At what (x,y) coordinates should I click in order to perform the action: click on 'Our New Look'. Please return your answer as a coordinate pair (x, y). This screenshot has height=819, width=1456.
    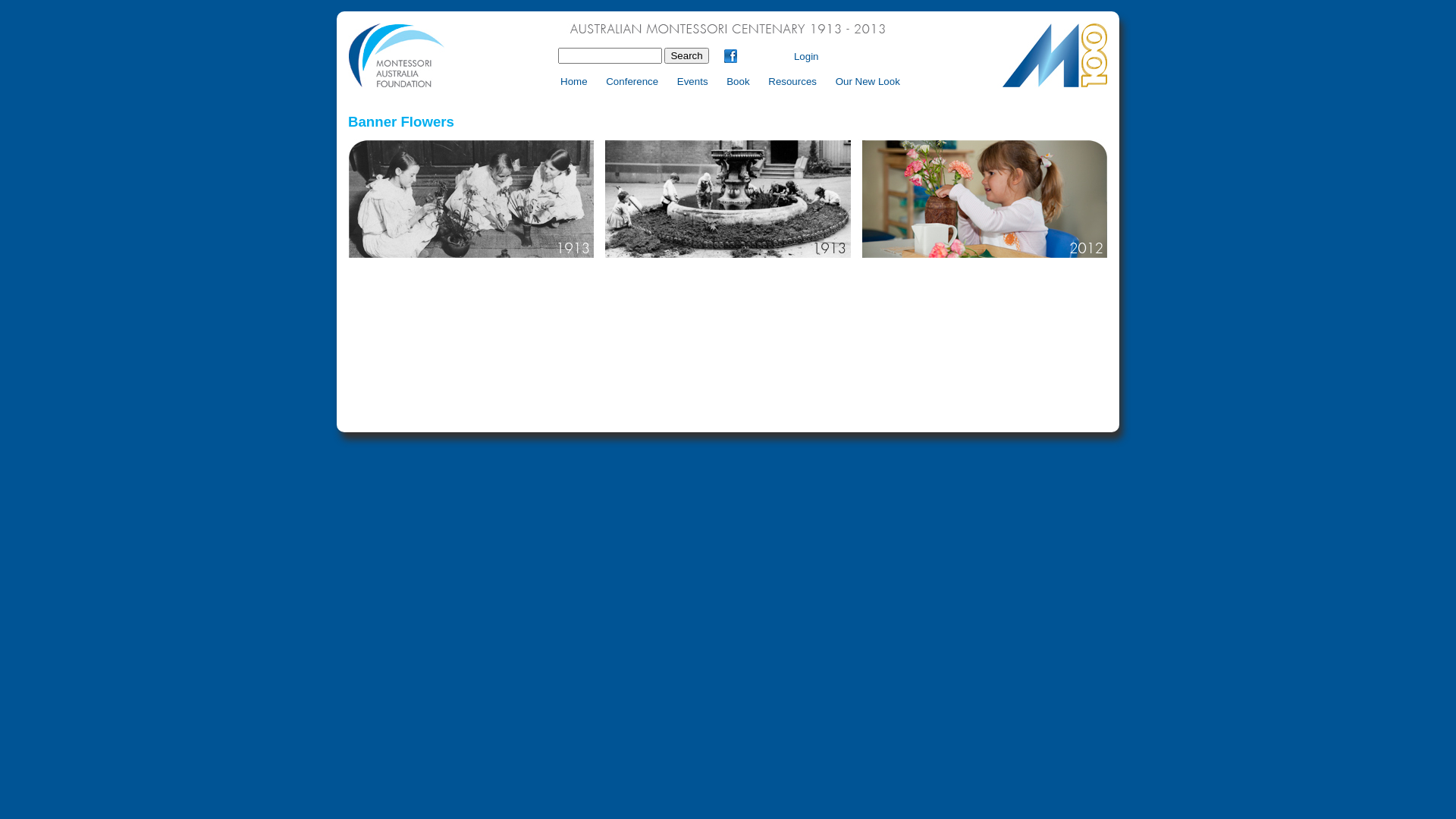
    Looking at the image, I should click on (867, 81).